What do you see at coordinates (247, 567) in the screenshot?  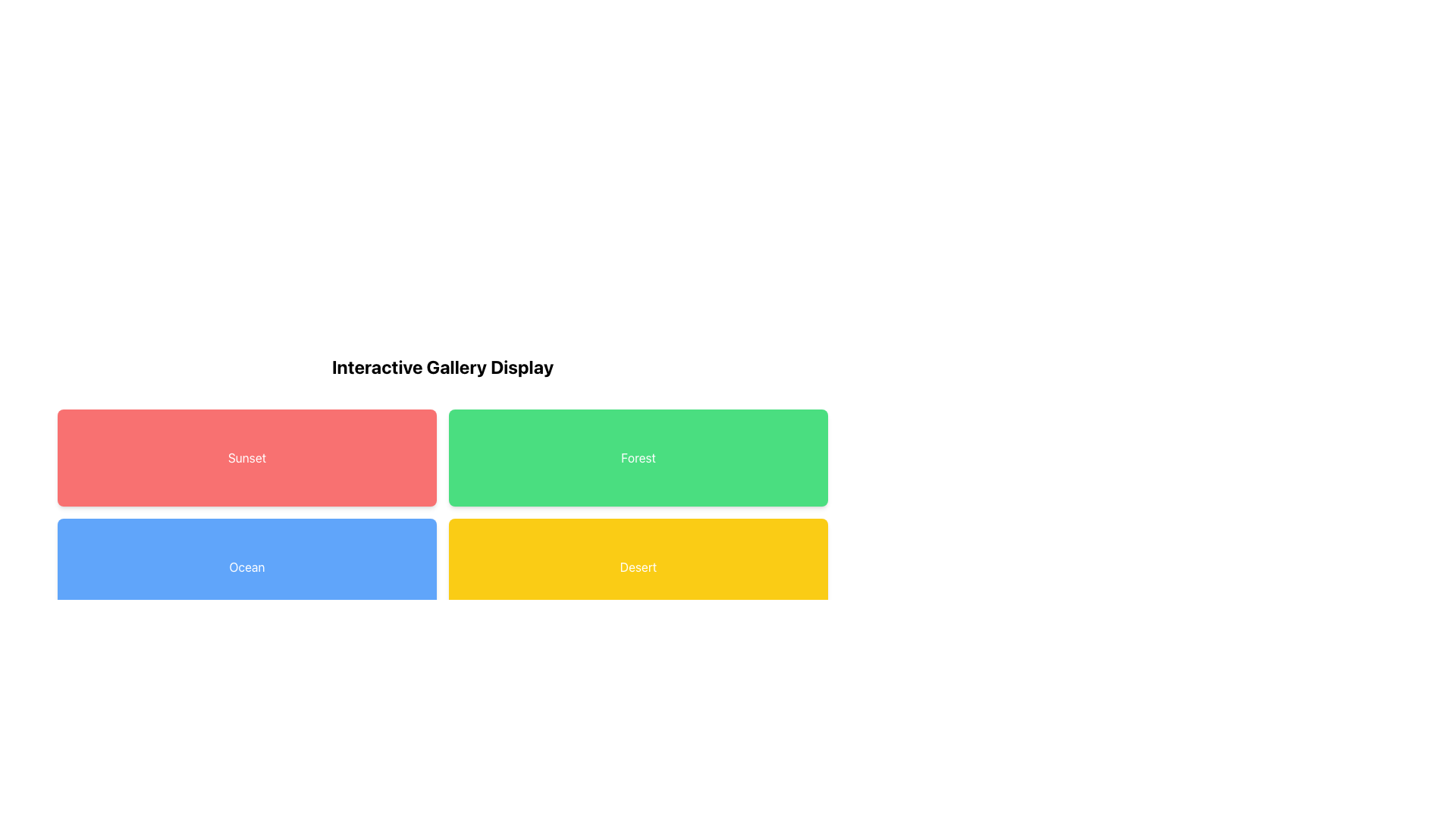 I see `the 'Ocean' card, which is a rectangular card with a blue background and white text, located in the second row and first column of the grid layout` at bounding box center [247, 567].